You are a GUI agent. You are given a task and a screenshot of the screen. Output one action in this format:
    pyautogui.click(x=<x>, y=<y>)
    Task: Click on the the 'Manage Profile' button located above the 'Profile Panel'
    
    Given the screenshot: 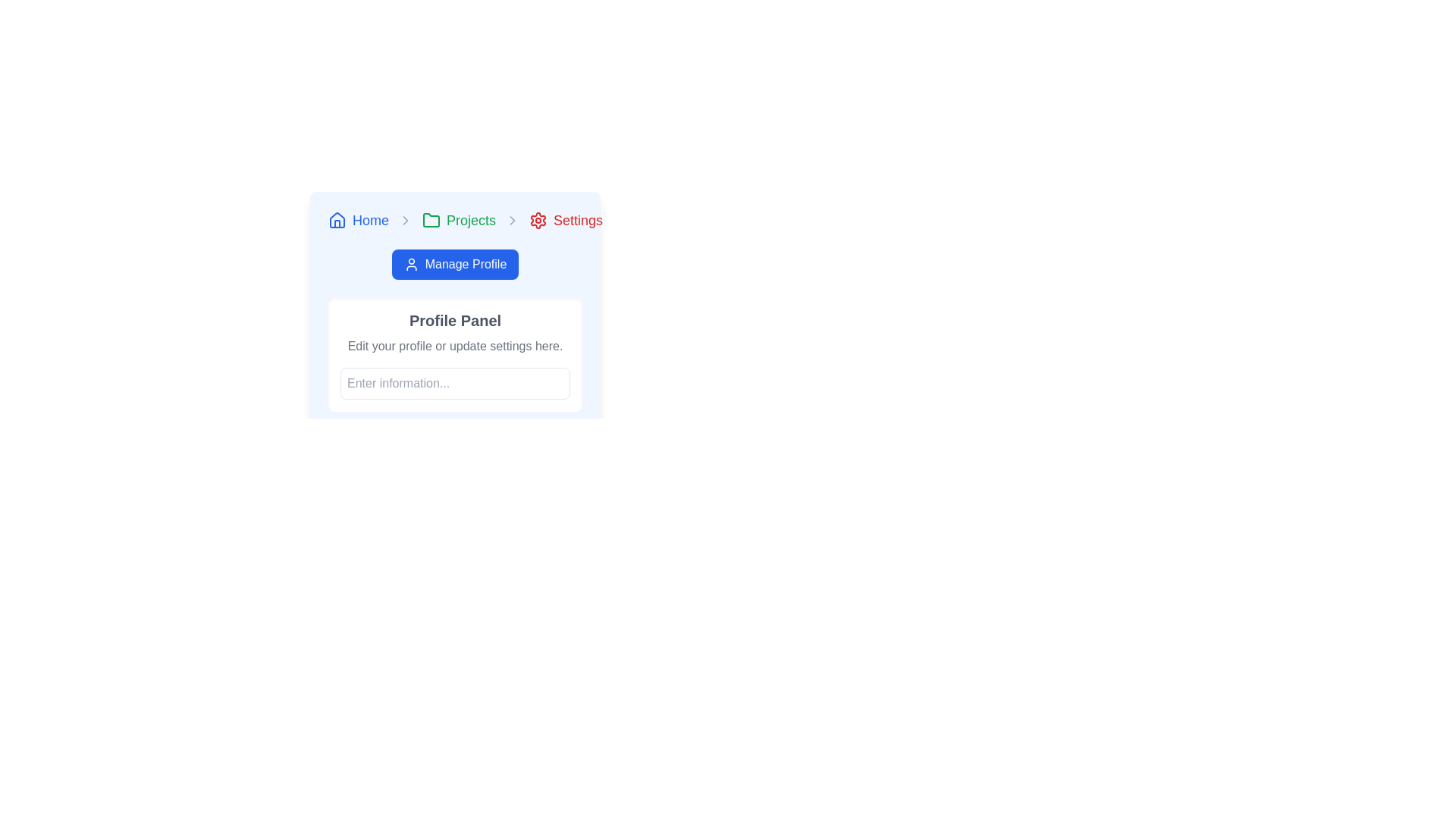 What is the action you would take?
    pyautogui.click(x=454, y=309)
    